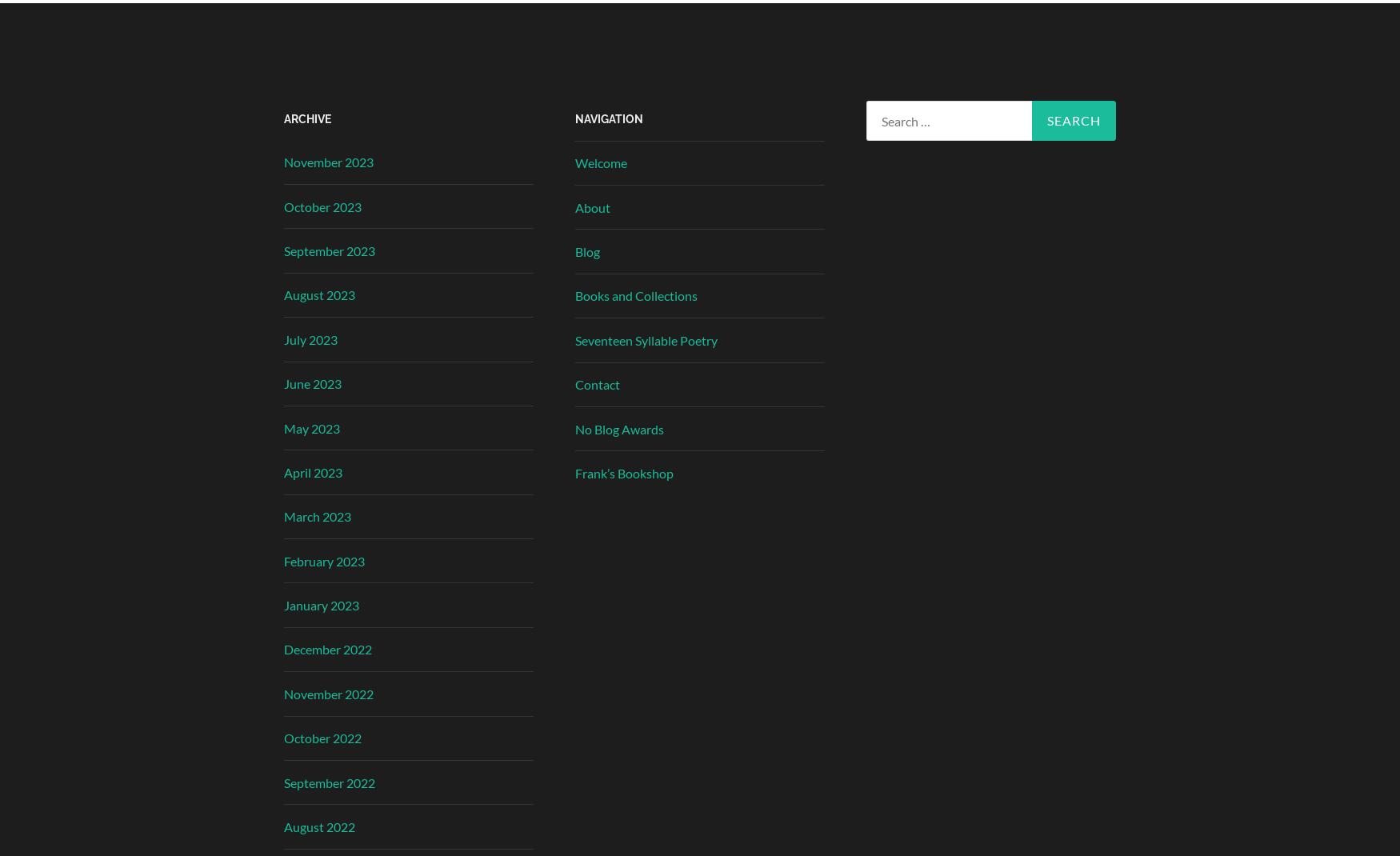  I want to click on 'February 2023', so click(323, 560).